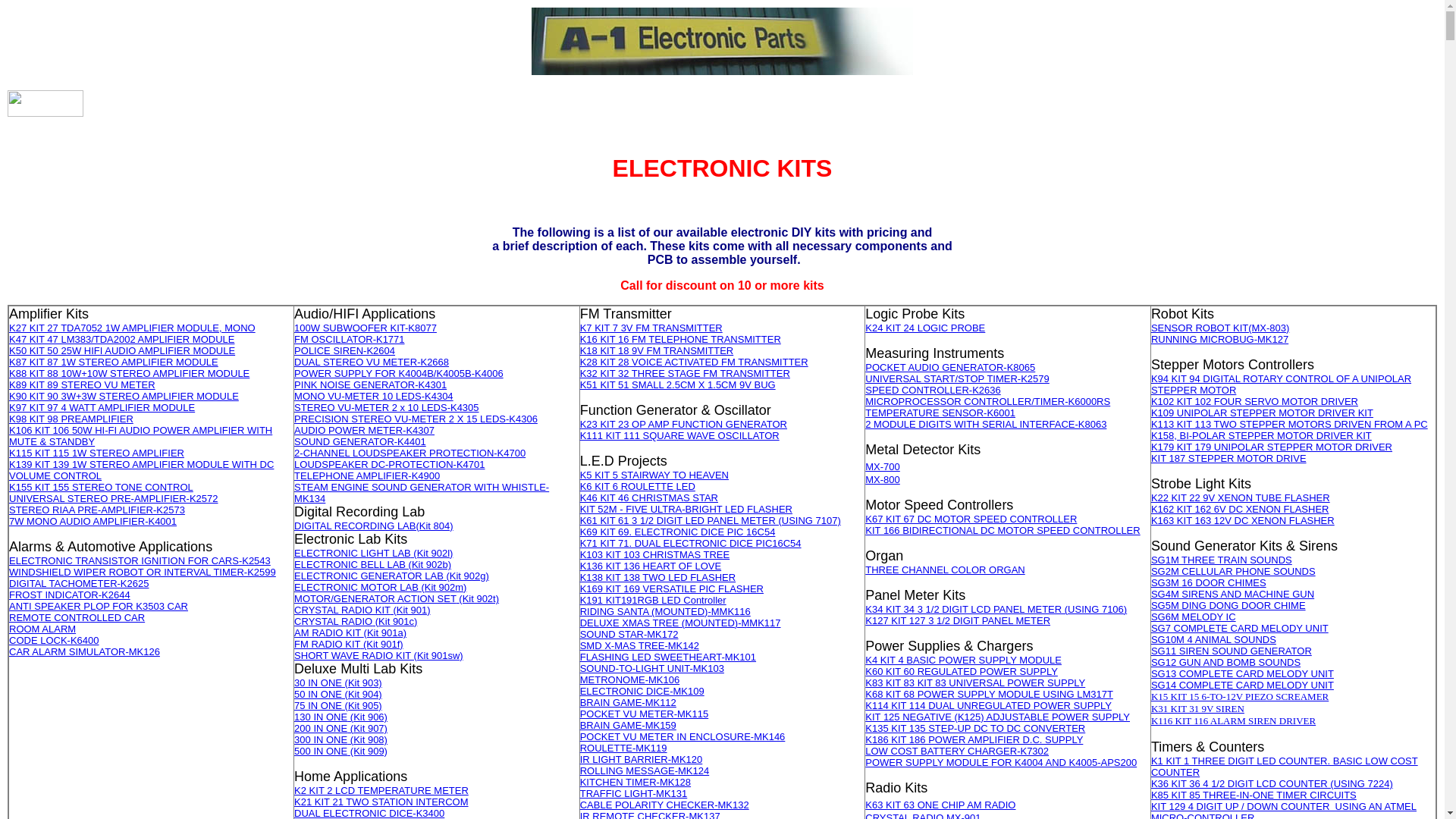  What do you see at coordinates (651, 667) in the screenshot?
I see `'SOUND-TO-LIGHT UNIT-MK103'` at bounding box center [651, 667].